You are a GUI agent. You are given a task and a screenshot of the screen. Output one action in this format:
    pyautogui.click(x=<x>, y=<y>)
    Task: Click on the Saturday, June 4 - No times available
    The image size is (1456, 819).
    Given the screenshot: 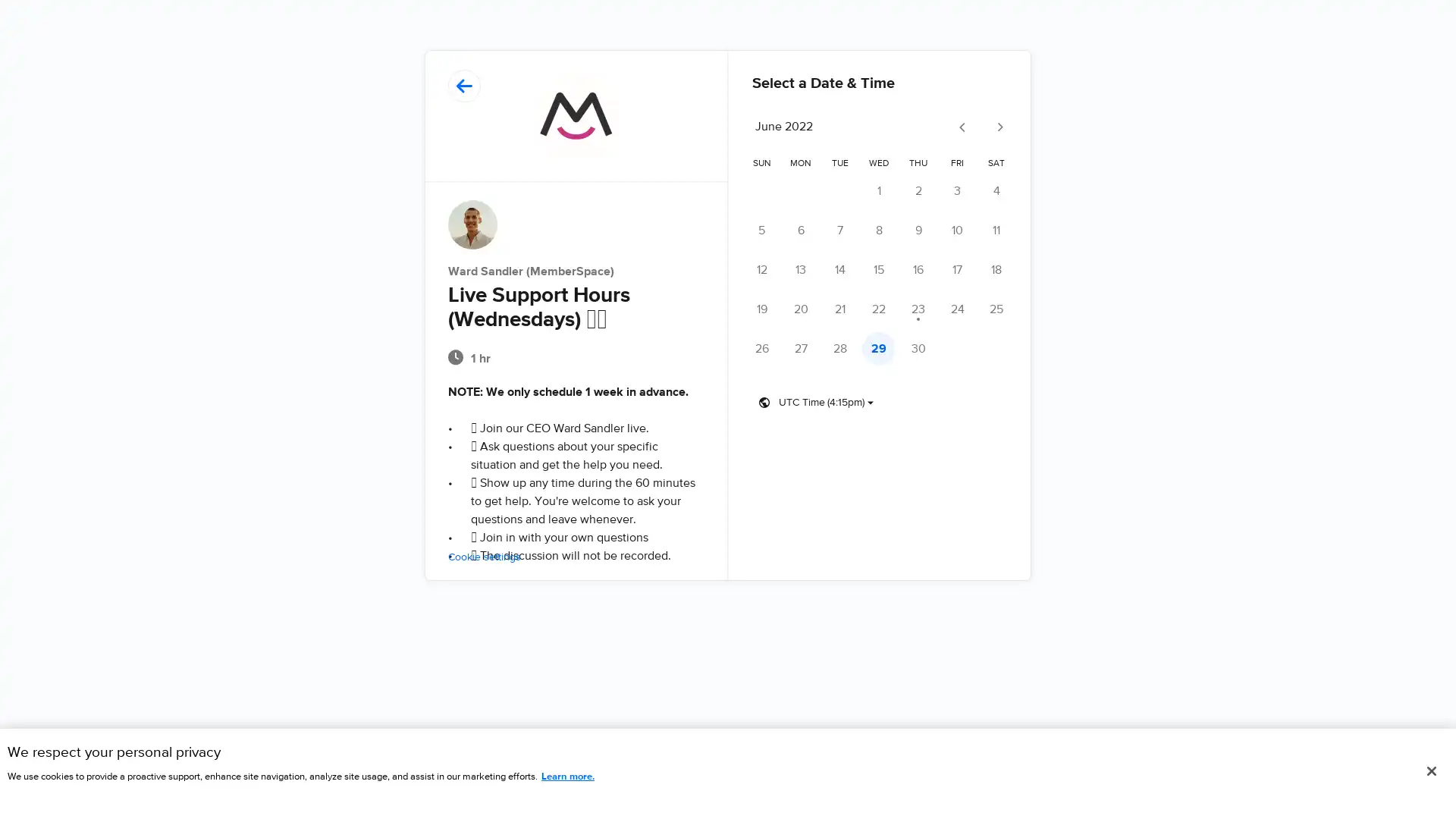 What is the action you would take?
    pyautogui.click(x=996, y=190)
    